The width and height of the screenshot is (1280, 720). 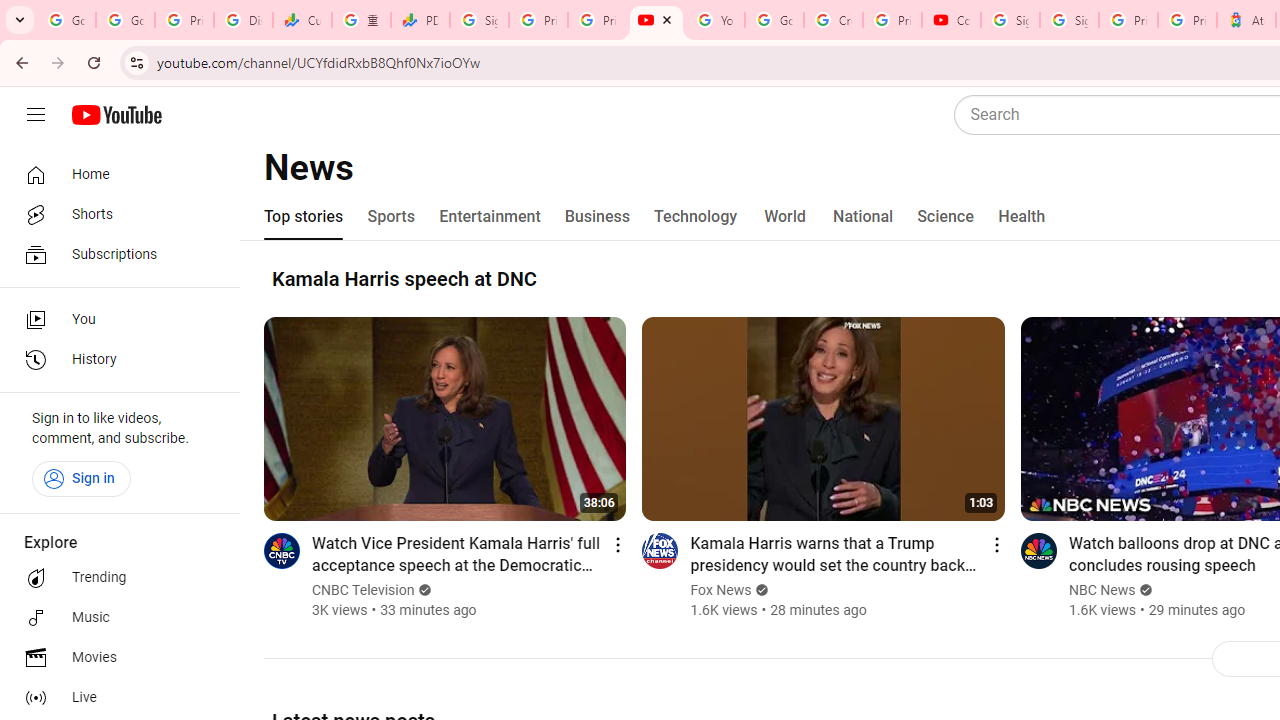 I want to click on 'YouTube Home', so click(x=115, y=115).